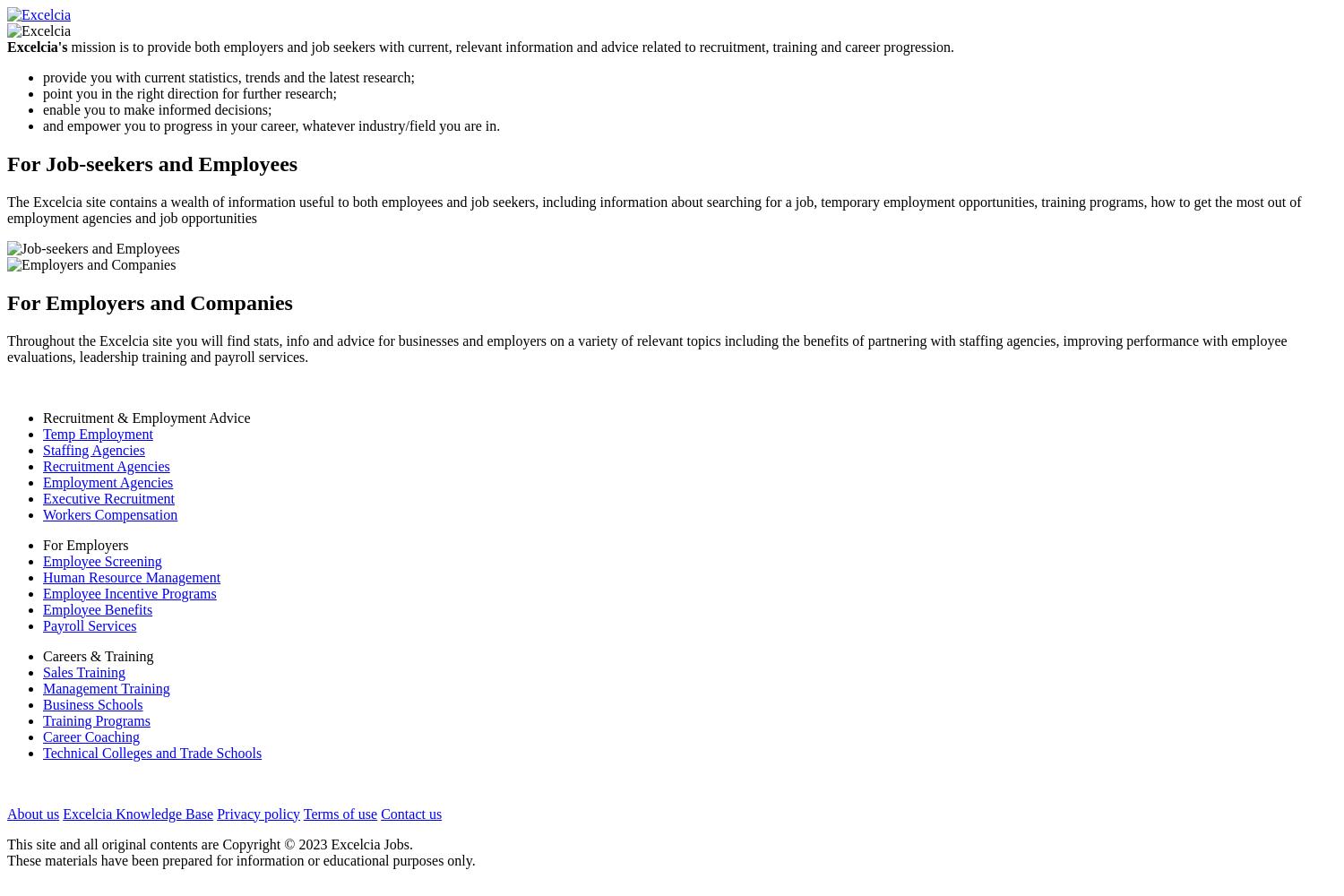  Describe the element at coordinates (151, 751) in the screenshot. I see `'Technical Colleges and Trade Schools'` at that location.